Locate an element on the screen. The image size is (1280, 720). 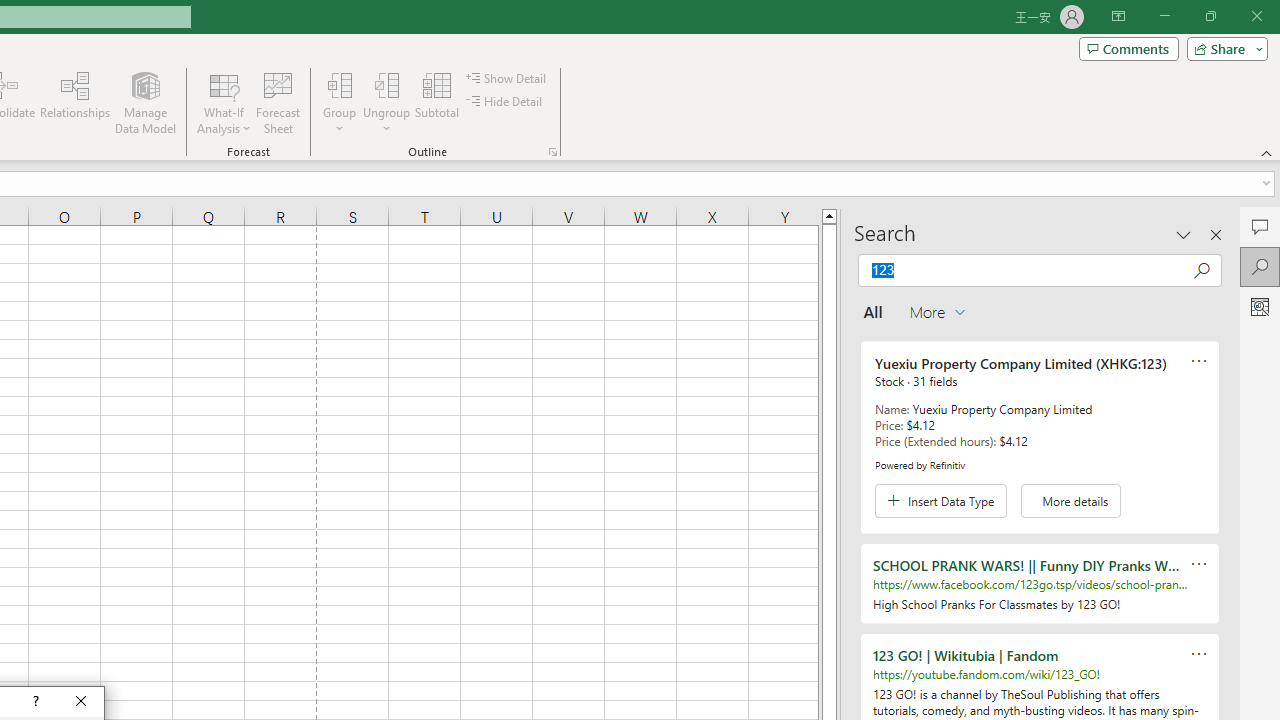
'Ungroup...' is located at coordinates (387, 84).